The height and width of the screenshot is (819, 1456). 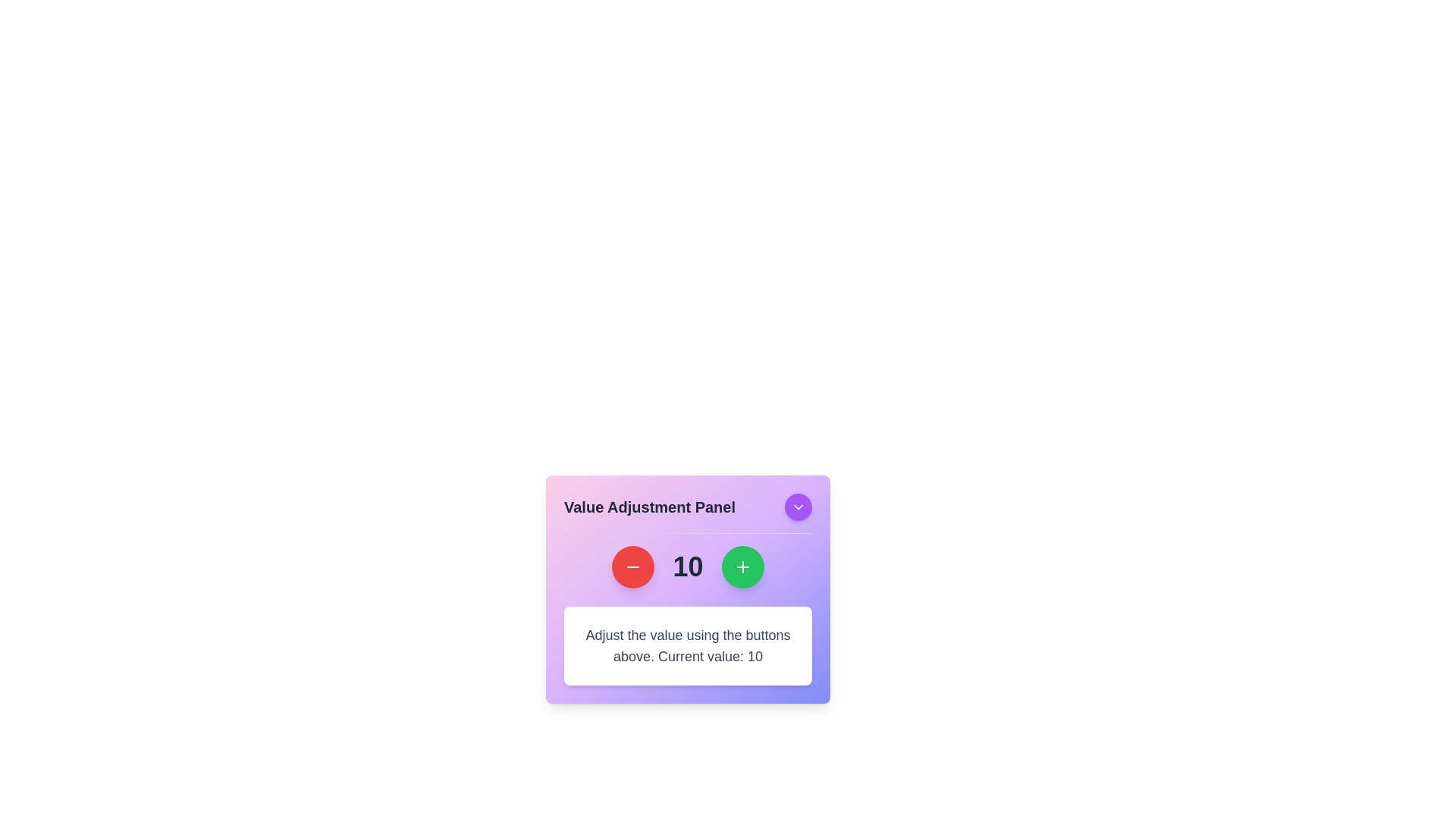 What do you see at coordinates (742, 567) in the screenshot?
I see `the green circular button with a white cross icon at its center to increment the value in the 'Value Adjustment Panel'` at bounding box center [742, 567].